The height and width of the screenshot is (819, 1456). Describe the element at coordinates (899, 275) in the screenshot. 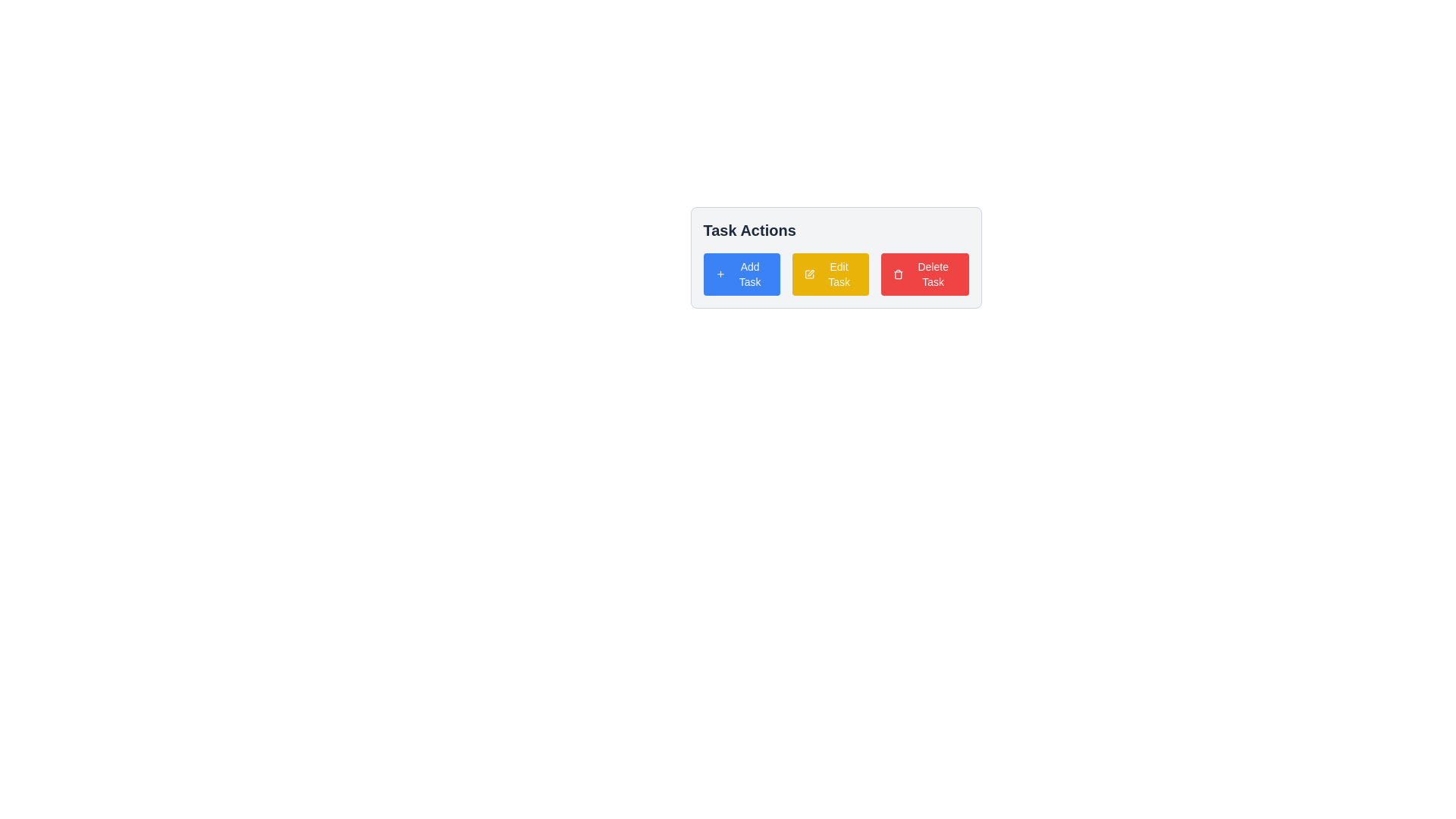

I see `the main body of the trash can icon within the Delete Task button, which is the third button in the horizontal row of action buttons in the 'Task Actions' section` at that location.